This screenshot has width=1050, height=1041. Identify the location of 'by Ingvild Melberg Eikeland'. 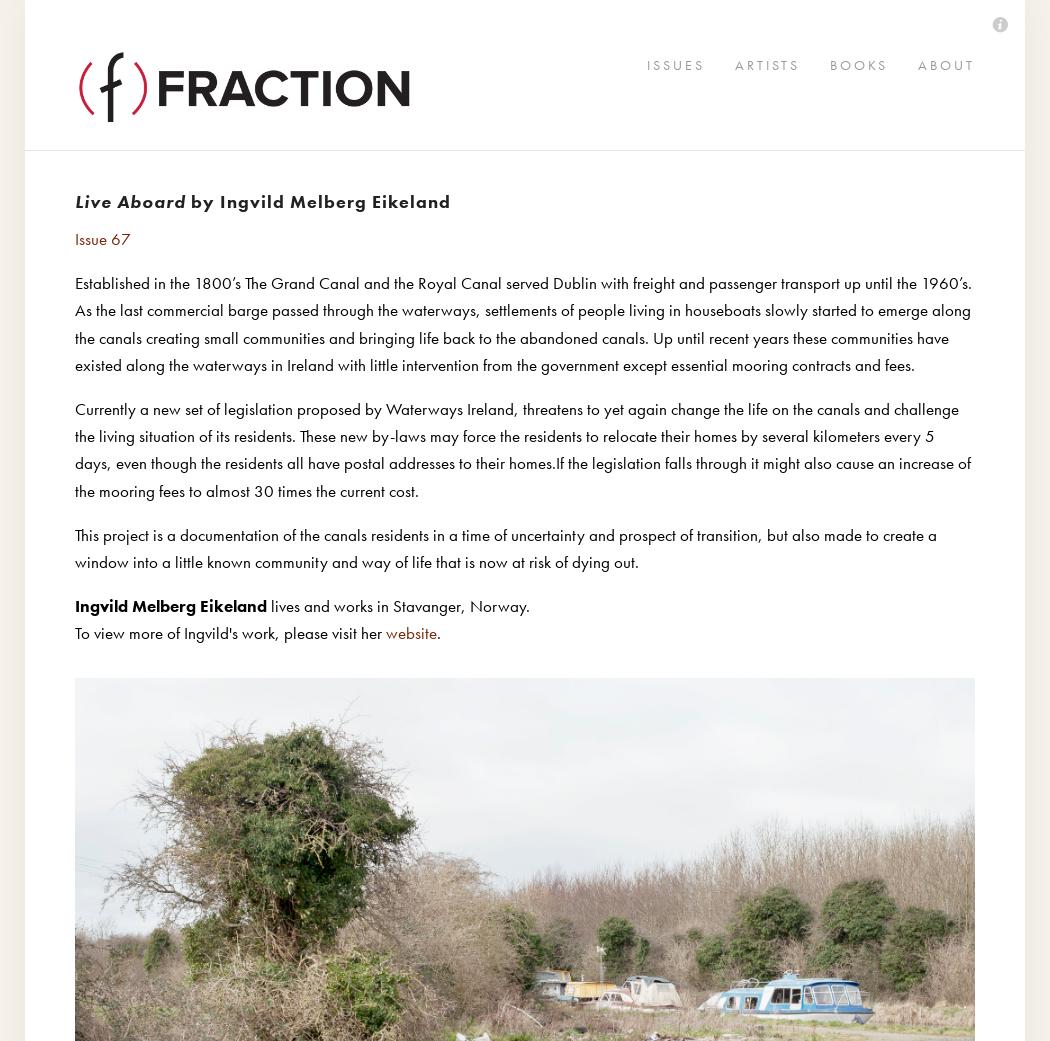
(185, 201).